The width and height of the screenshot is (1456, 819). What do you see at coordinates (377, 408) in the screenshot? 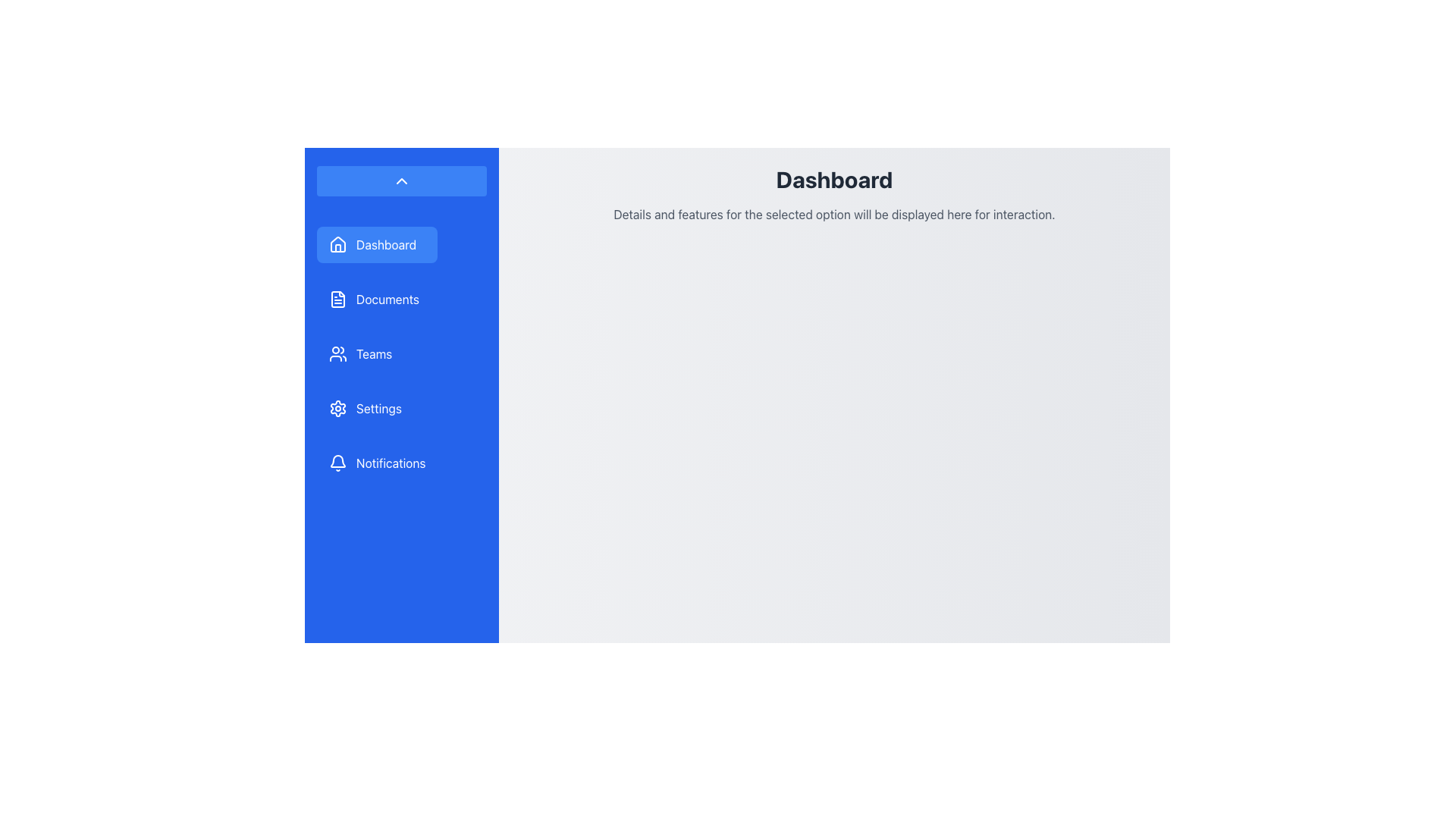
I see `the 'Settings' button, which is a horizontally aligned menu option with a cogwheel icon and white text on a blue background, located in the sidebar` at bounding box center [377, 408].